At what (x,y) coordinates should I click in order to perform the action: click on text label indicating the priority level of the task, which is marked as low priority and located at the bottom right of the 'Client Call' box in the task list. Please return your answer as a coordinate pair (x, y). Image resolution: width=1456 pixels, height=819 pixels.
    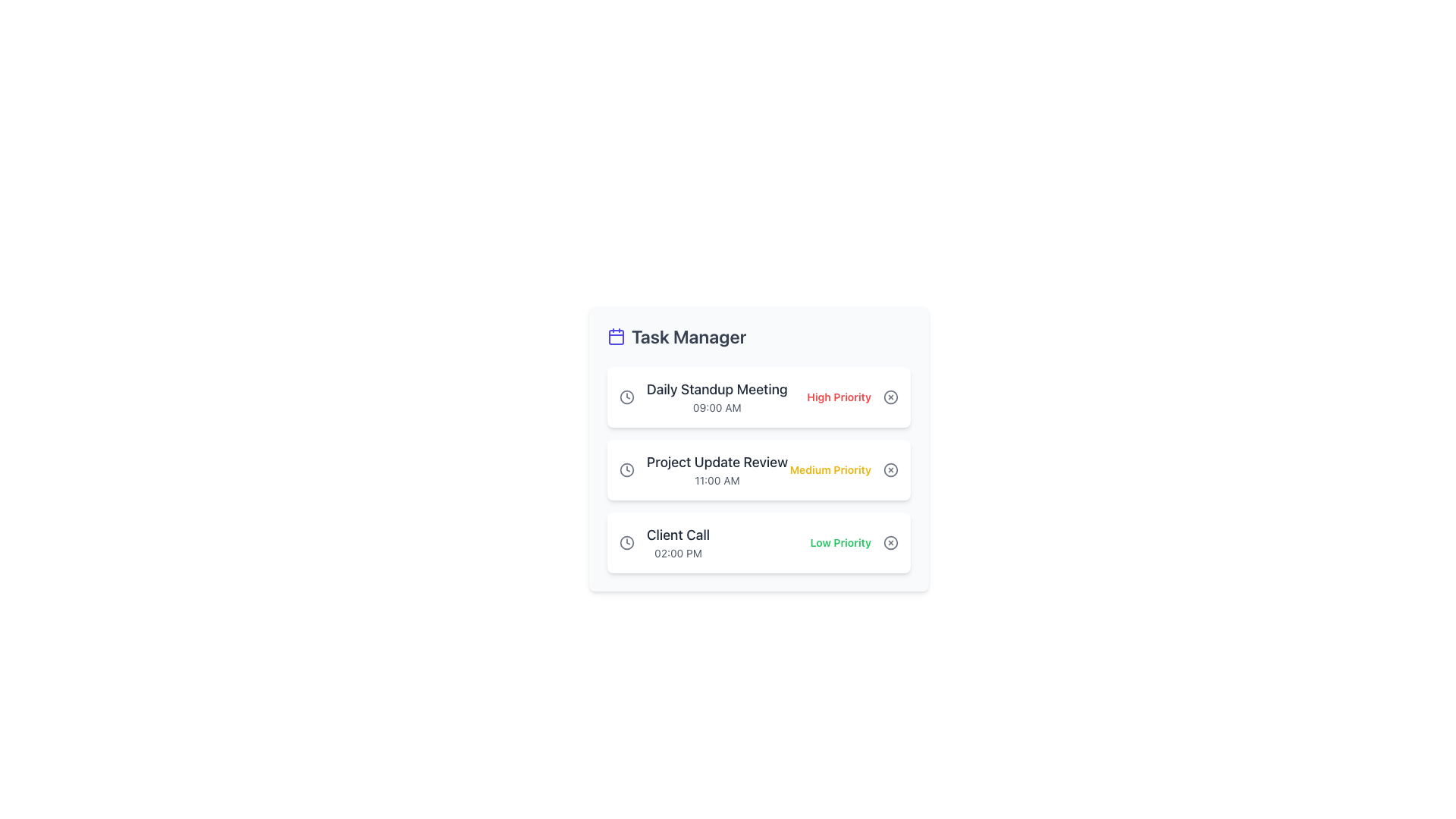
    Looking at the image, I should click on (839, 542).